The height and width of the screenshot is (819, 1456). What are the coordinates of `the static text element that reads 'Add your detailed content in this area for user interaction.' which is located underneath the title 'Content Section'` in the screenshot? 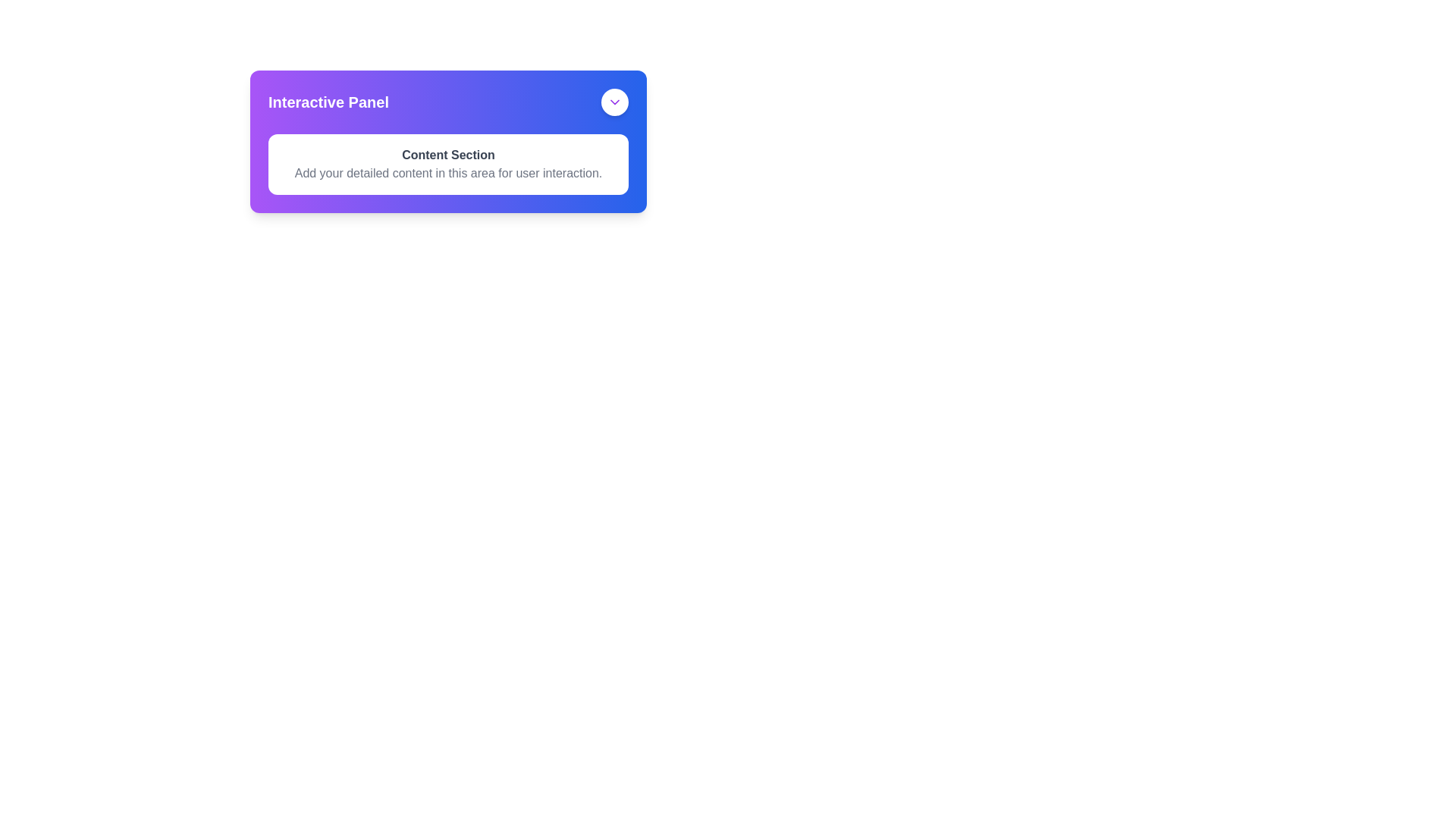 It's located at (447, 172).